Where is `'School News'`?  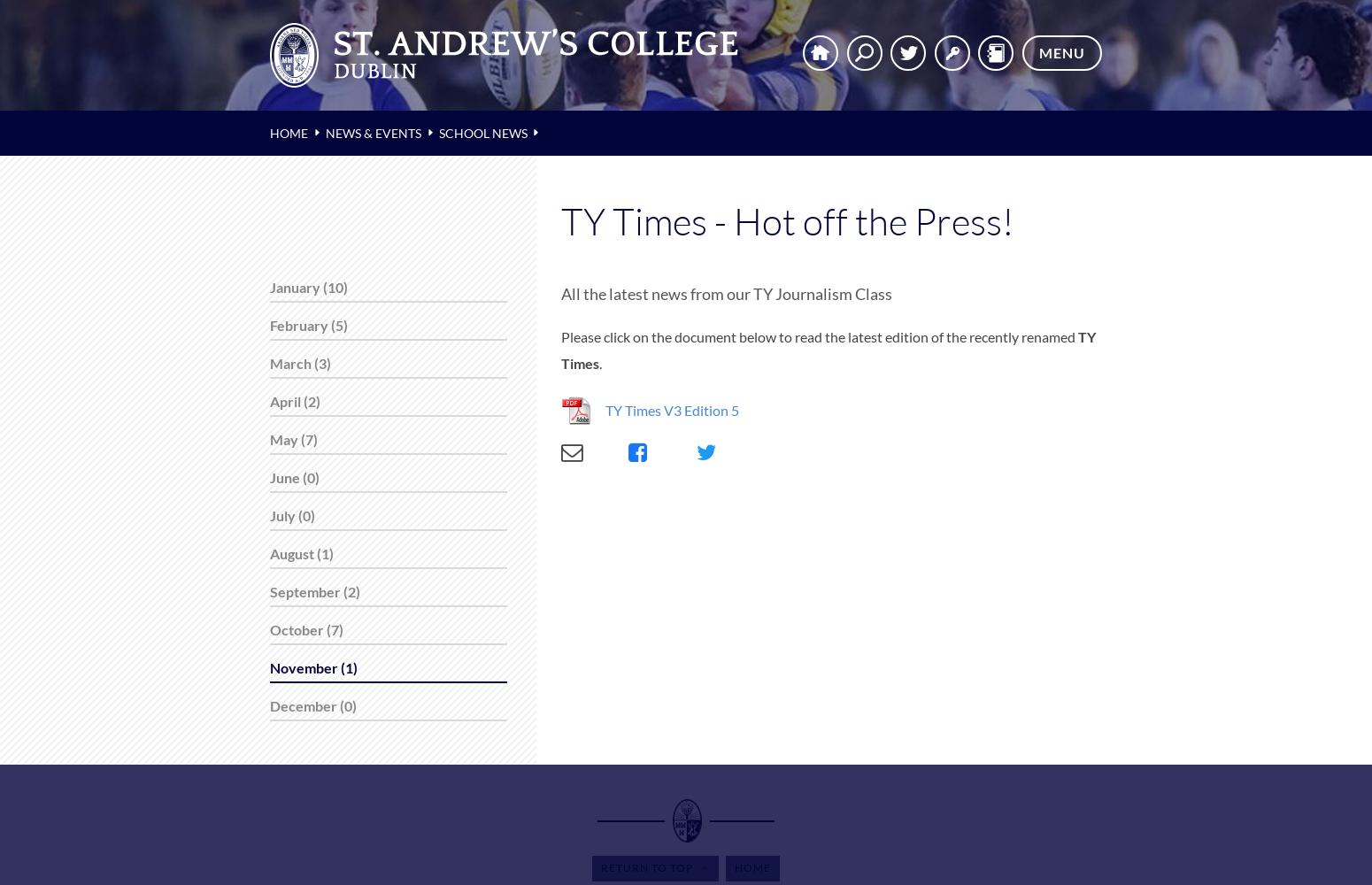 'School News' is located at coordinates (482, 133).